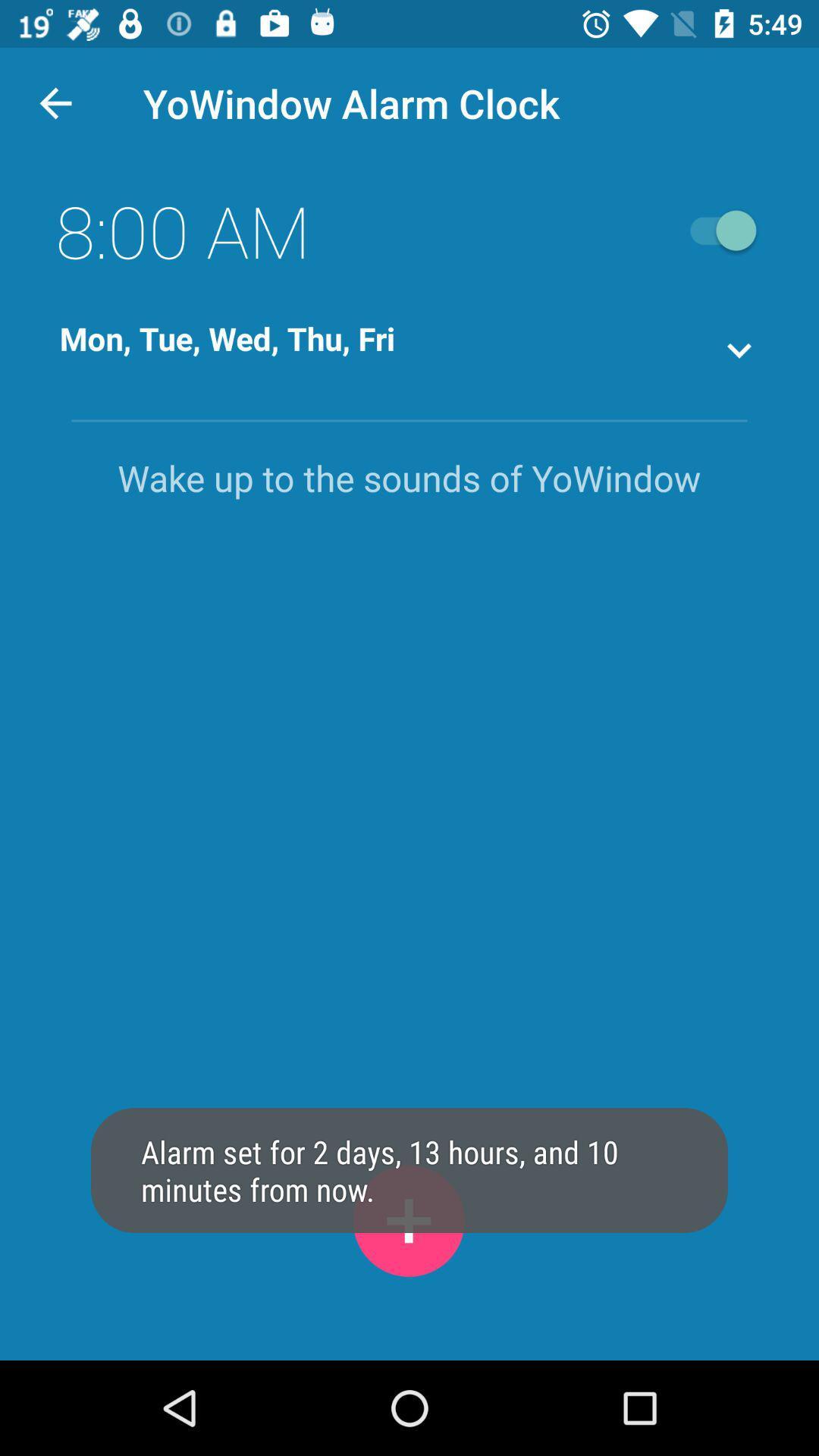 This screenshot has width=819, height=1456. I want to click on disable the alarm clock, so click(716, 230).